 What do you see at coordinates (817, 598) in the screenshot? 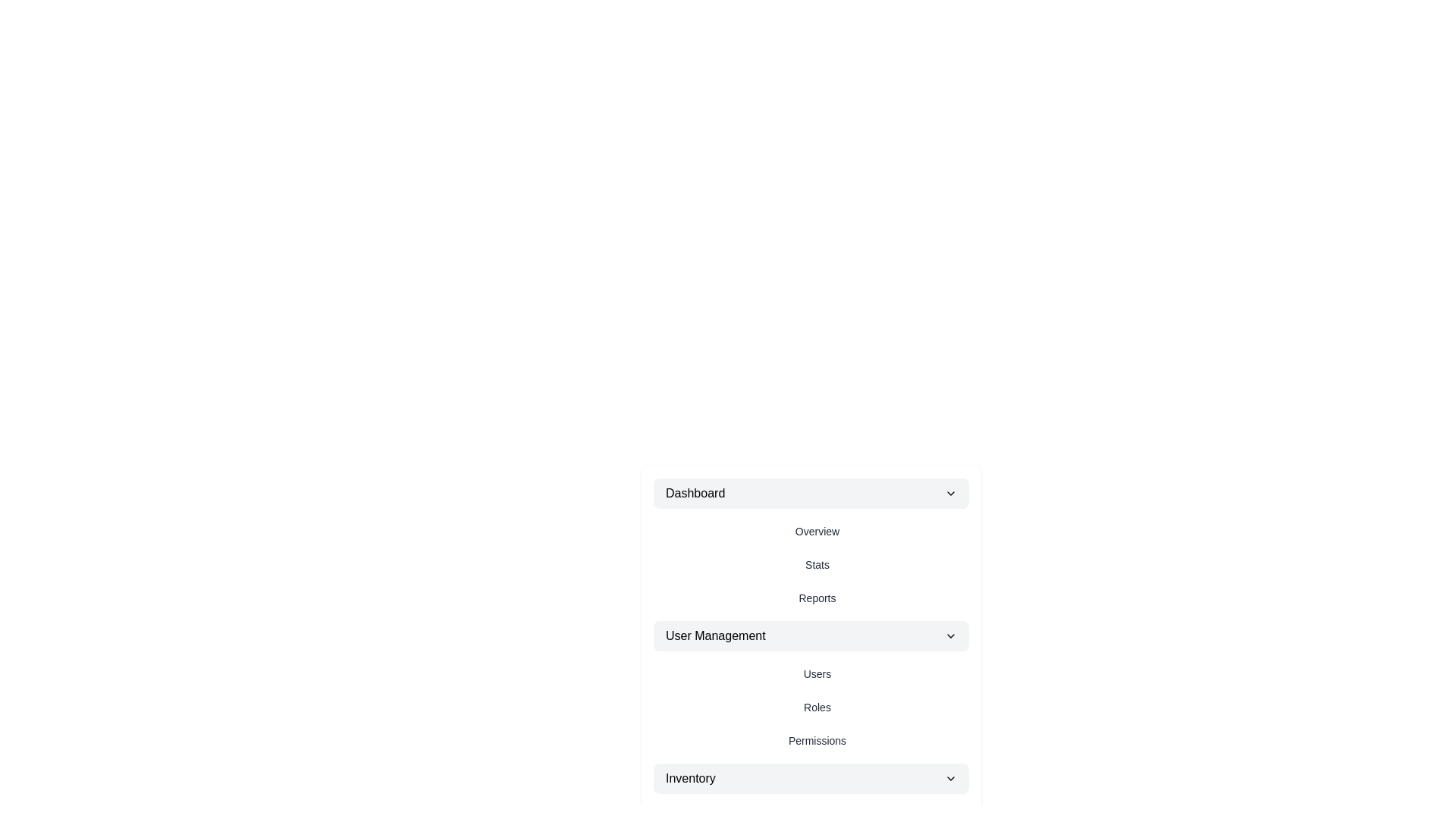
I see `the menu item Reports from the StyledMenu` at bounding box center [817, 598].